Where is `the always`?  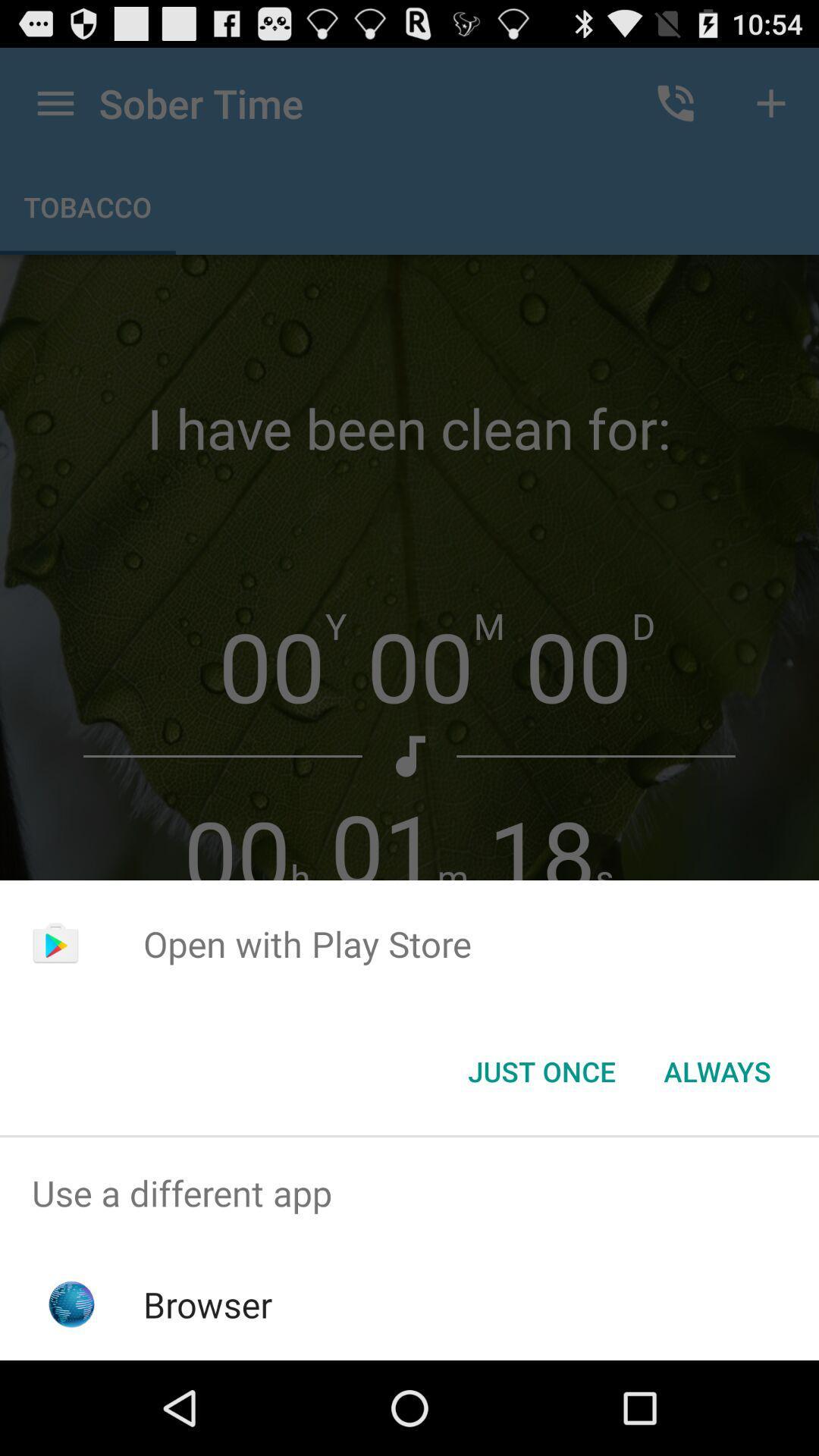
the always is located at coordinates (717, 1070).